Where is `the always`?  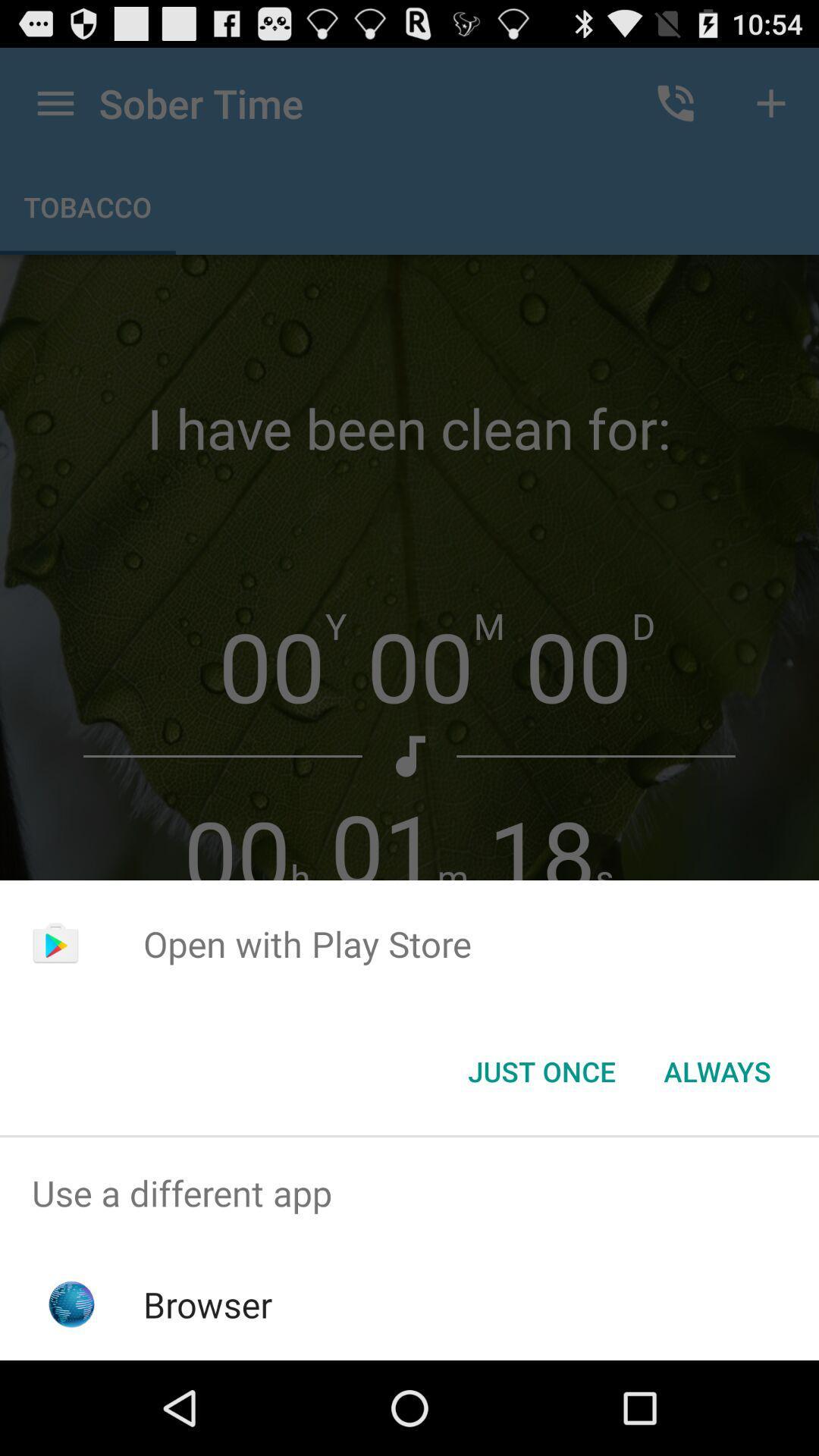
the always is located at coordinates (717, 1070).